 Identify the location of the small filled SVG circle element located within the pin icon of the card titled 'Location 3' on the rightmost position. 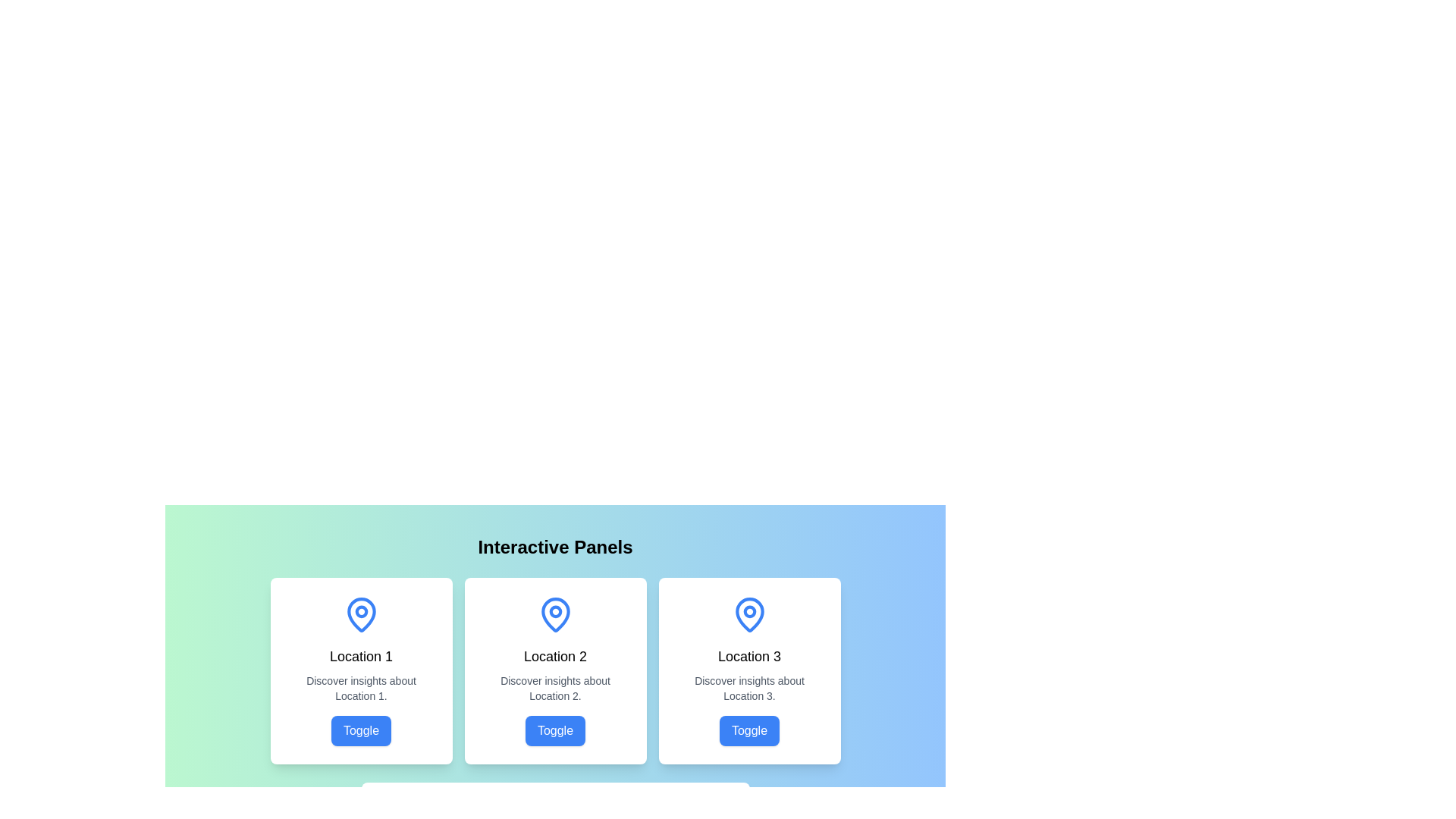
(749, 610).